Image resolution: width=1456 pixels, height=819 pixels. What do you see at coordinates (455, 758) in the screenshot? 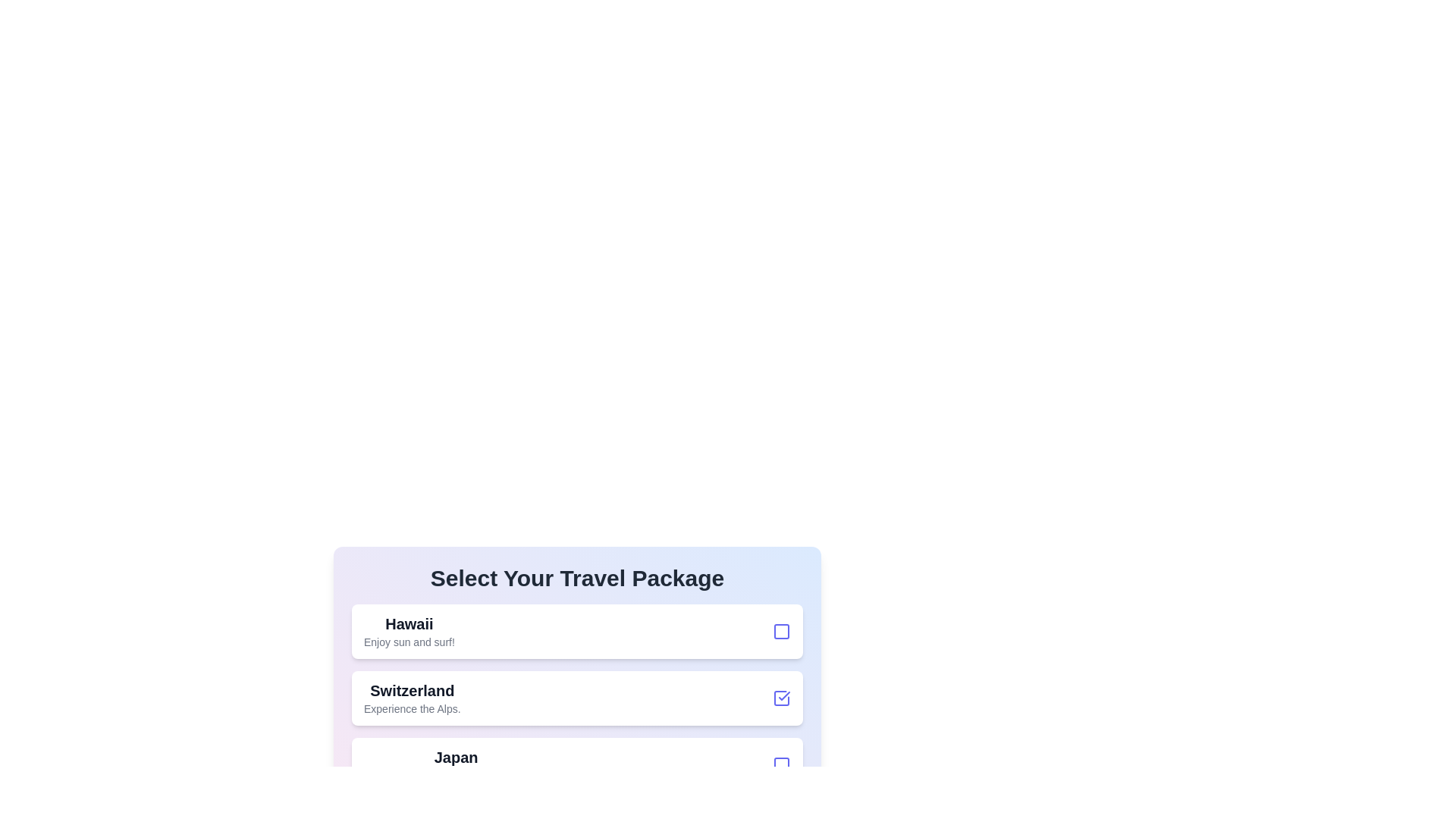
I see `the text of the travel package Japan to select it` at bounding box center [455, 758].